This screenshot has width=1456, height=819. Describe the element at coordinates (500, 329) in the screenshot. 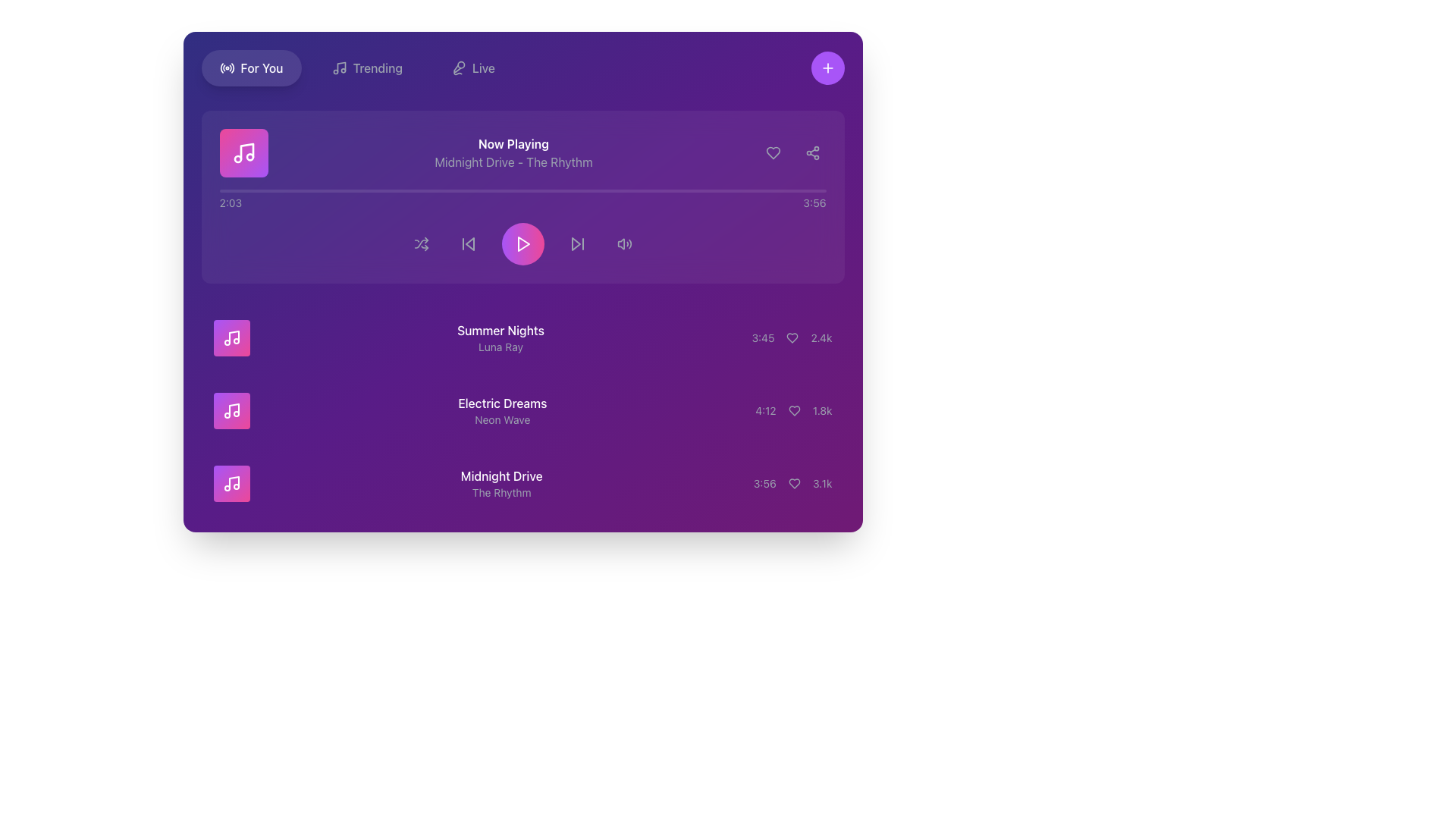

I see `the 'Summer Nights' text label in the purple-themed music interface` at that location.